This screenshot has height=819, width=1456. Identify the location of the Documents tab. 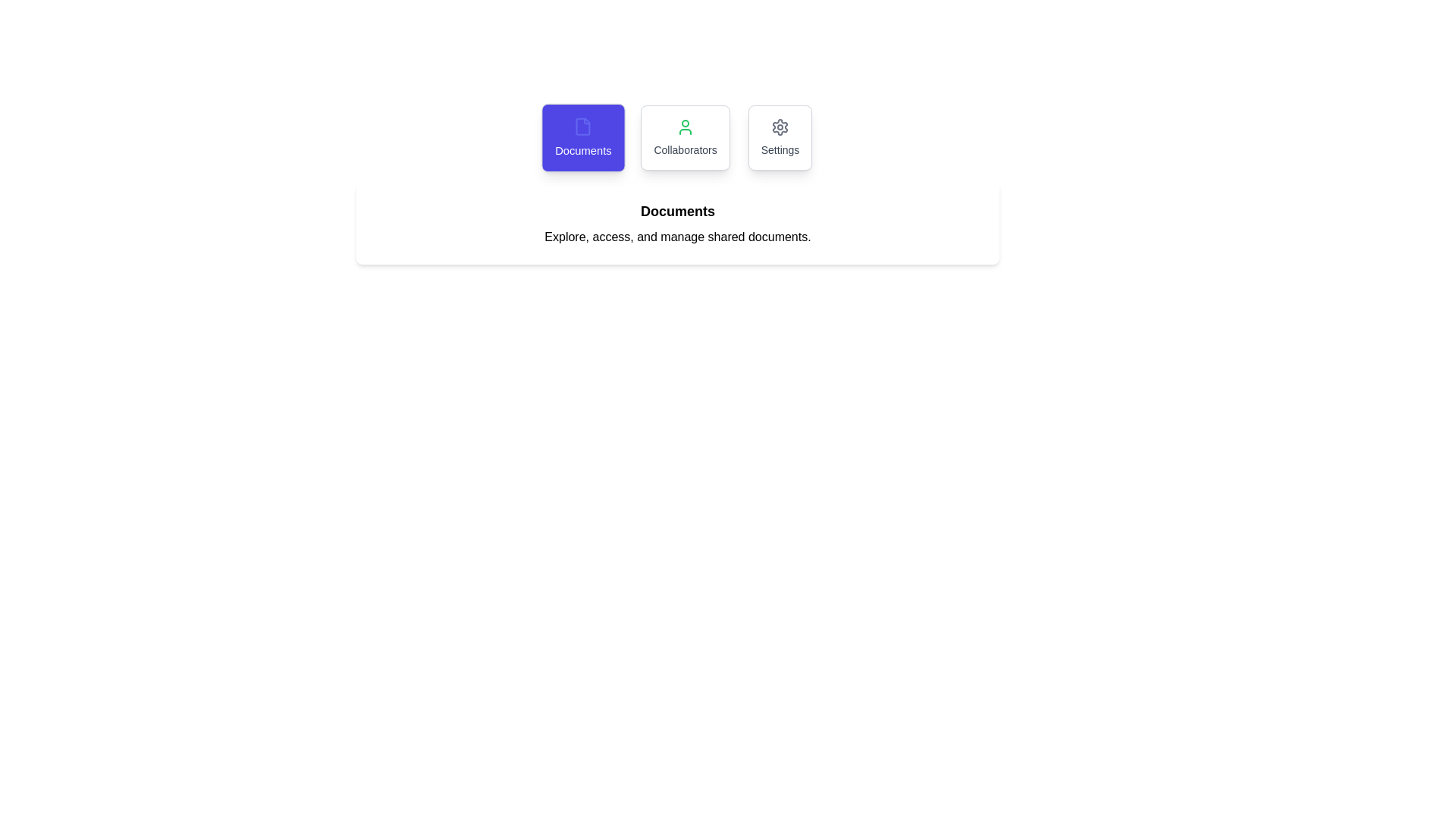
(582, 137).